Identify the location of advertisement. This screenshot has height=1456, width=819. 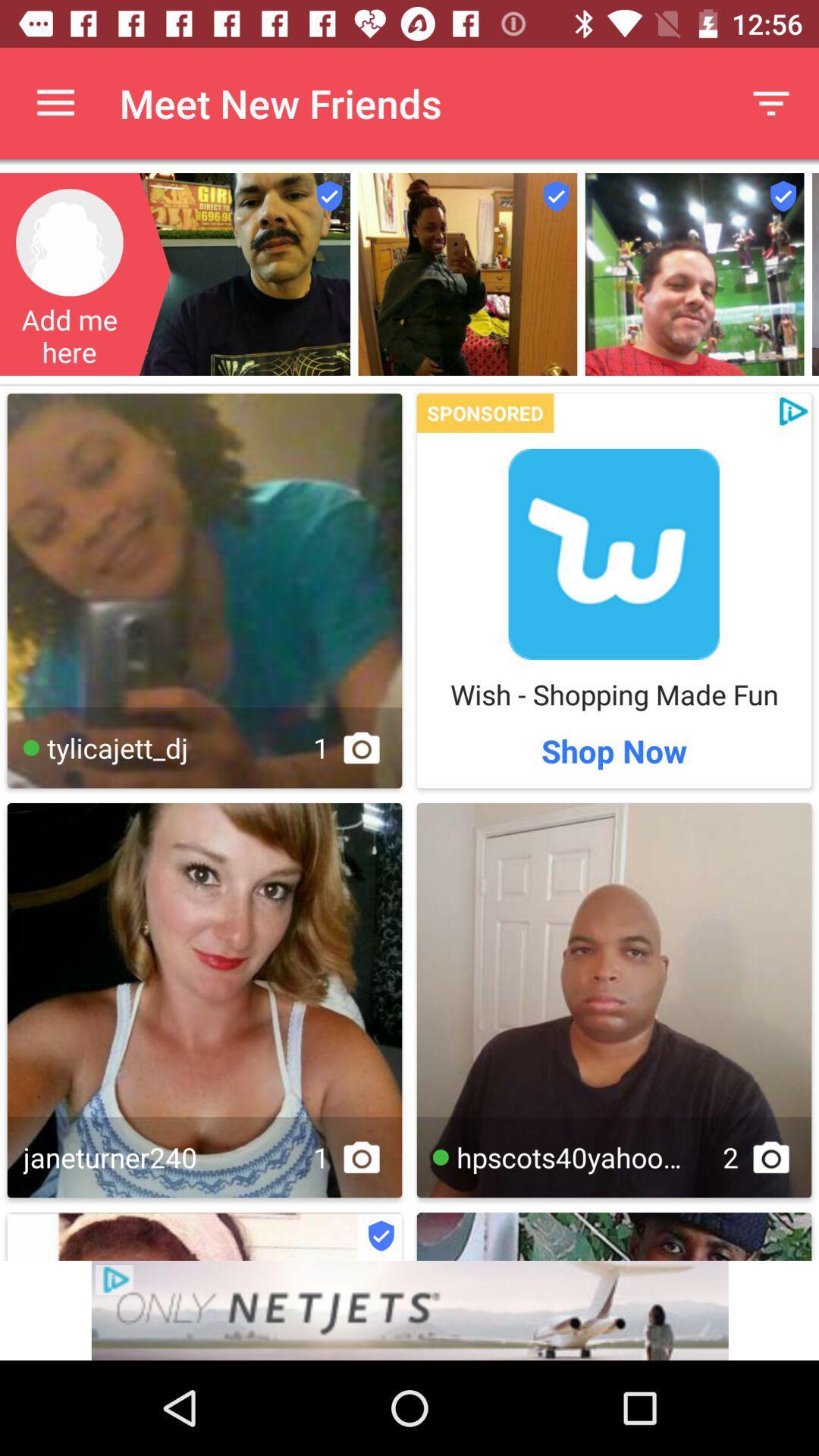
(409, 1310).